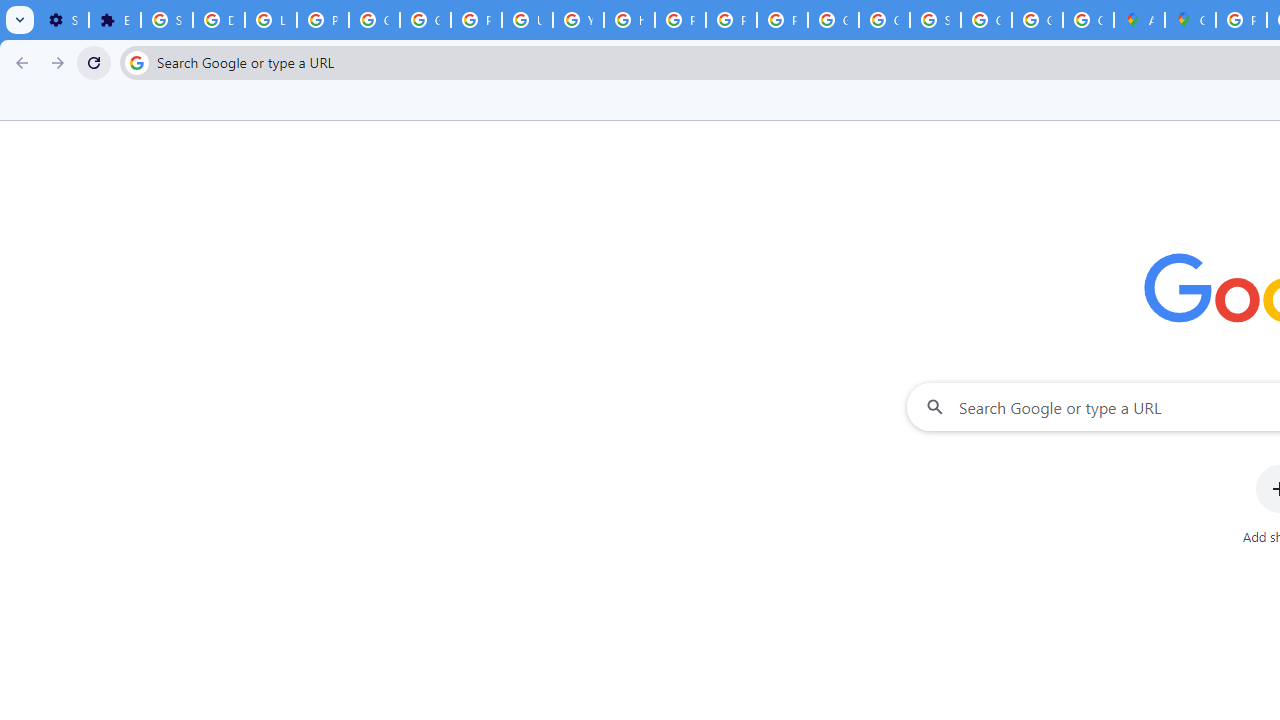 The image size is (1280, 720). I want to click on 'Privacy Help Center - Policies Help', so click(680, 20).